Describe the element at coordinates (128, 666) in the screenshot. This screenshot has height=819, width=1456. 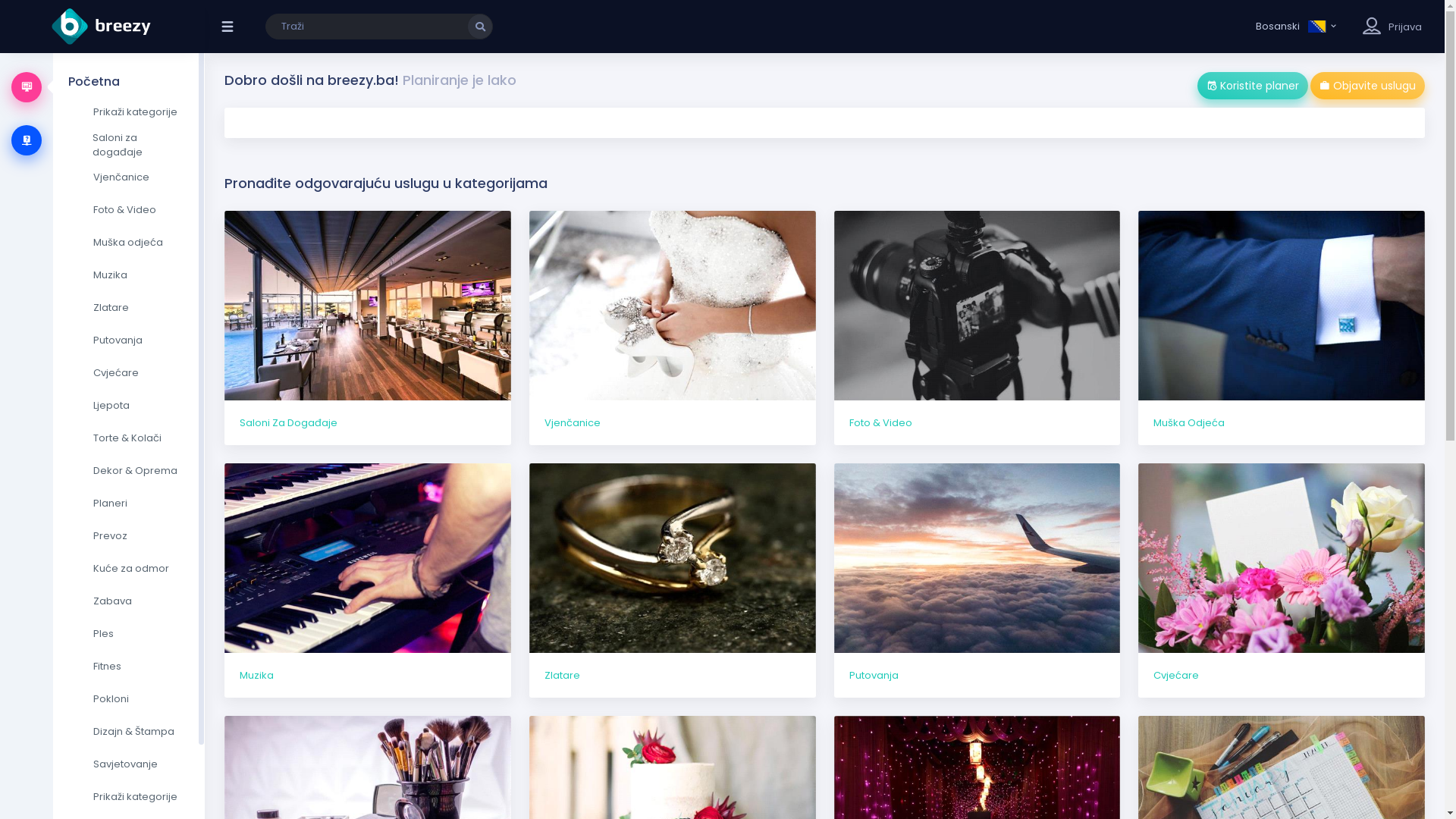
I see `'Fitnes'` at that location.